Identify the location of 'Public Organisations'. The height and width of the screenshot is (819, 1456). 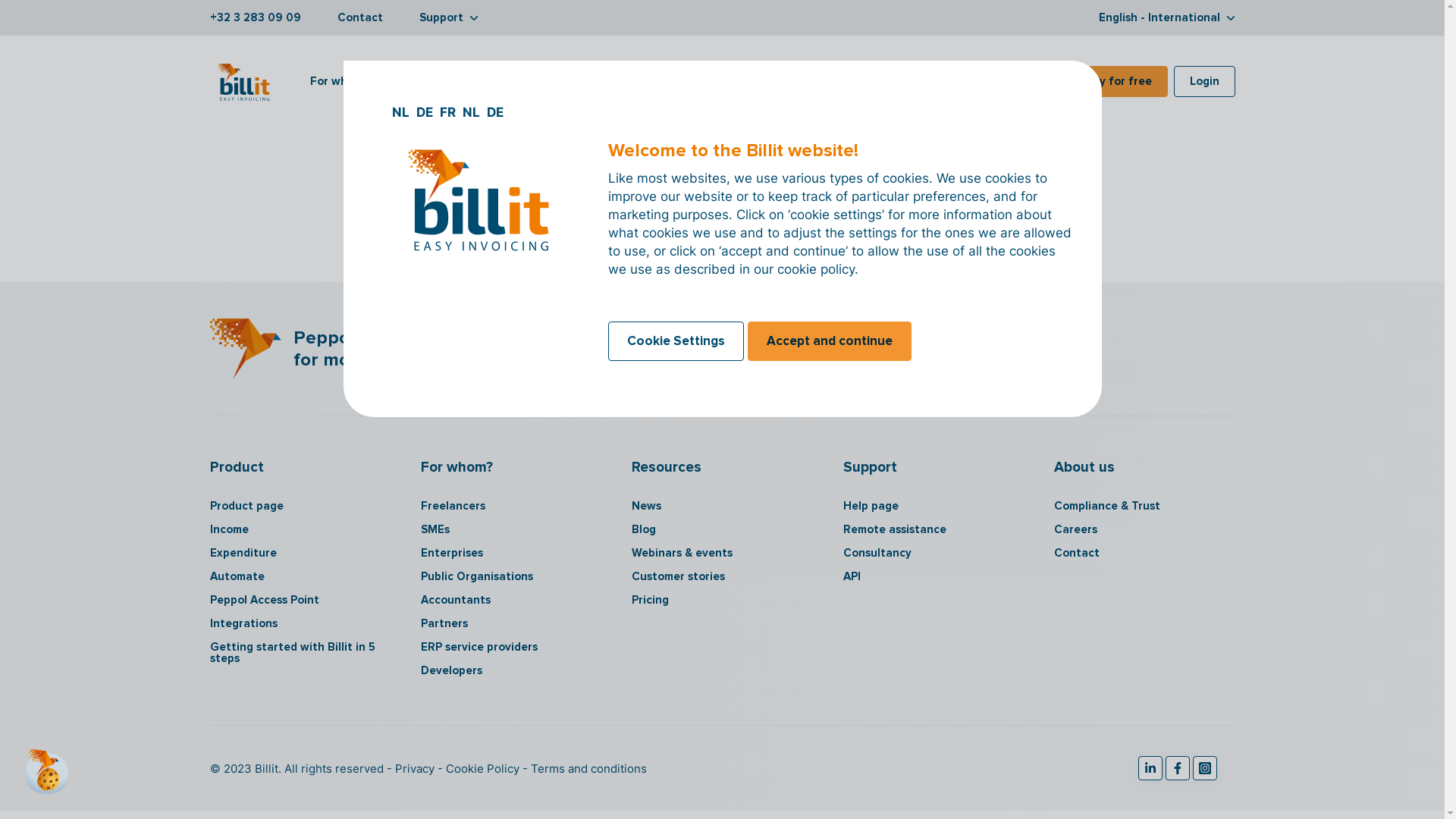
(421, 576).